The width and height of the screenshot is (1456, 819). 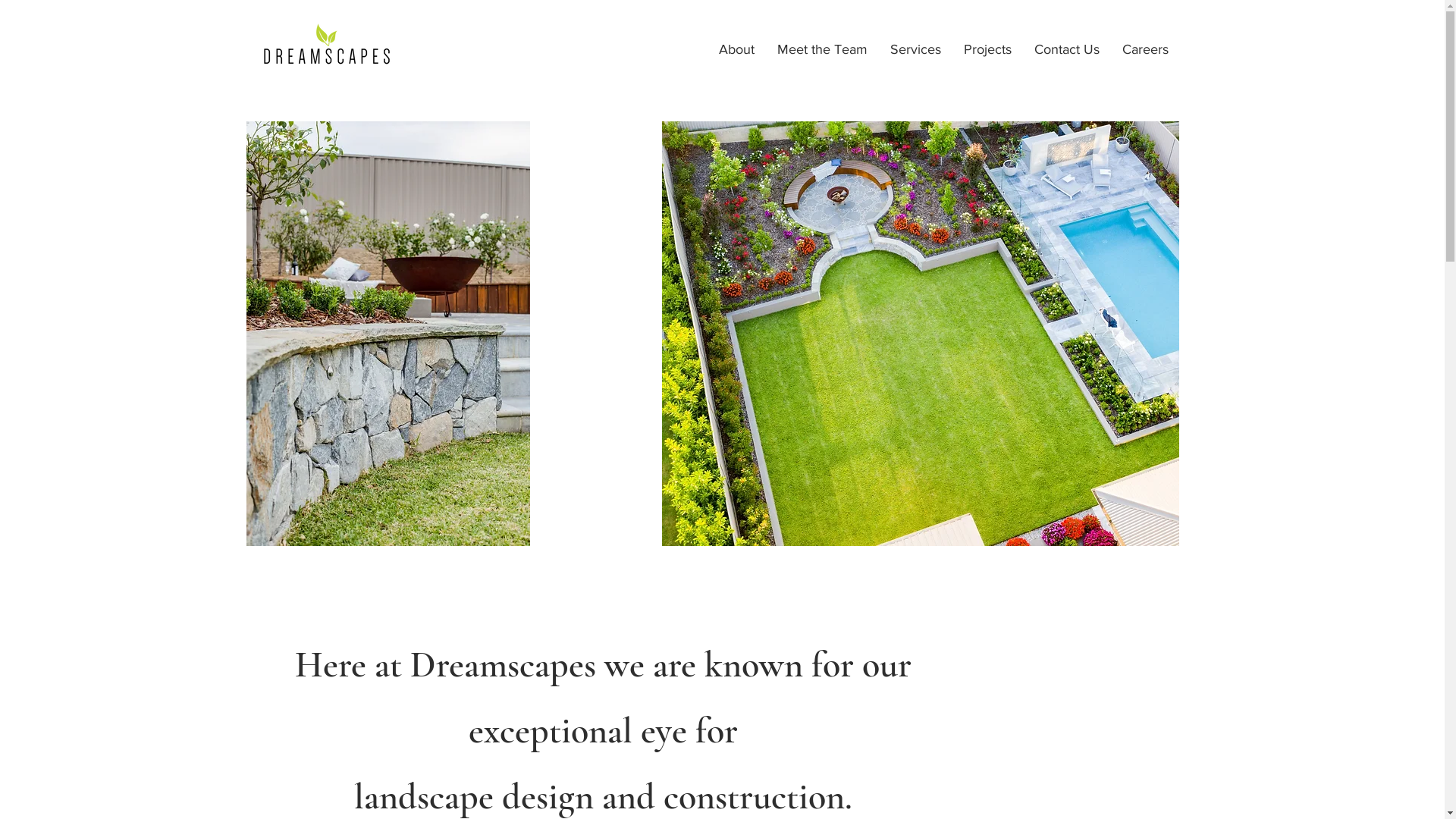 I want to click on 'About', so click(x=736, y=49).